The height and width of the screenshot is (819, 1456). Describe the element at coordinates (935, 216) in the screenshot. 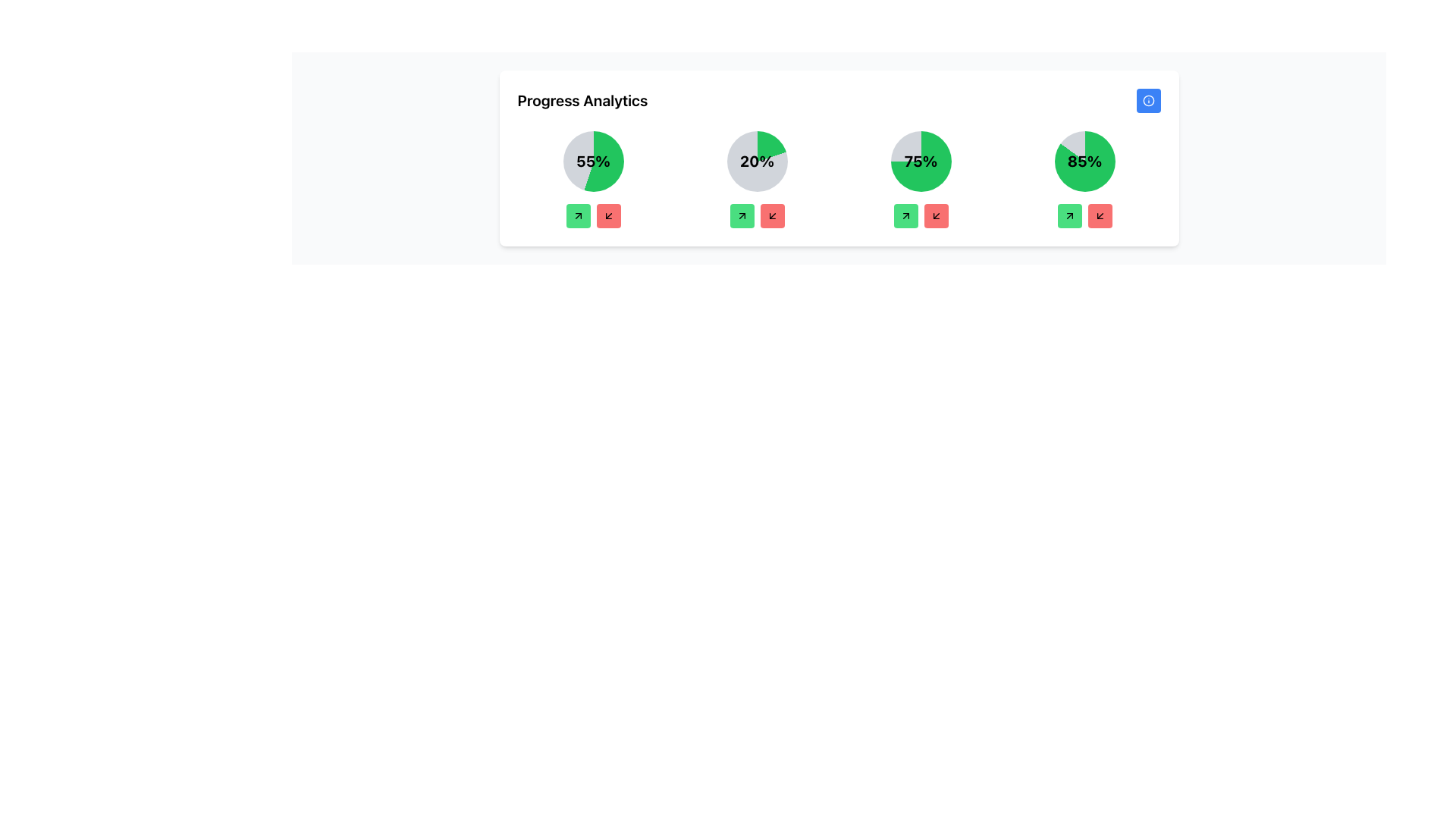

I see `the button located at the bottom right corner of the pie charts` at that location.